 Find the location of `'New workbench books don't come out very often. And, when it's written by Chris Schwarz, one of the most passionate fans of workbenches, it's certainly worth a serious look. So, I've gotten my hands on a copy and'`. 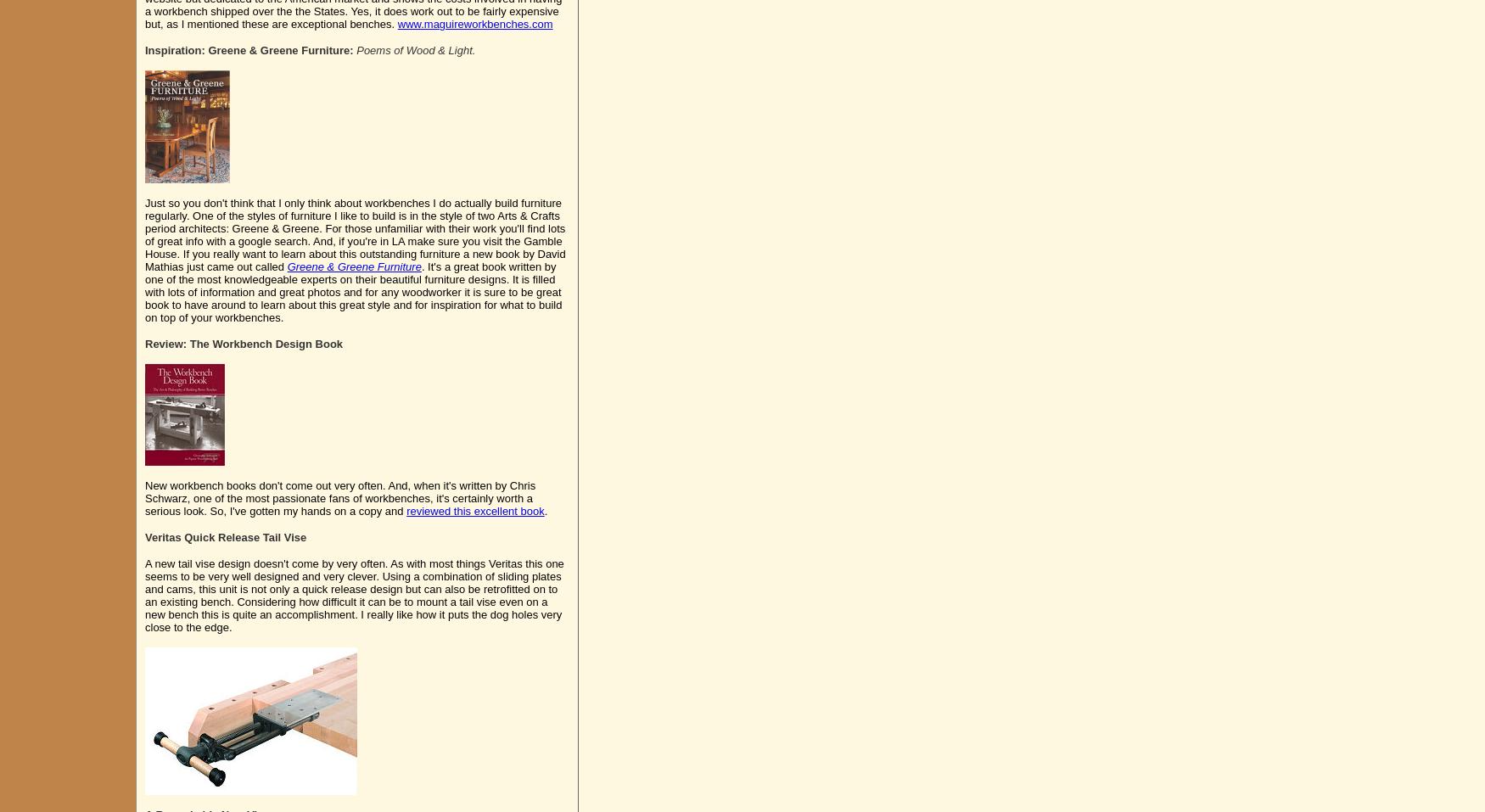

'New workbench books don't come out very often. And, when it's written by Chris Schwarz, one of the most passionate fans of workbenches, it's certainly worth a serious look. So, I've gotten my hands on a copy and' is located at coordinates (339, 497).